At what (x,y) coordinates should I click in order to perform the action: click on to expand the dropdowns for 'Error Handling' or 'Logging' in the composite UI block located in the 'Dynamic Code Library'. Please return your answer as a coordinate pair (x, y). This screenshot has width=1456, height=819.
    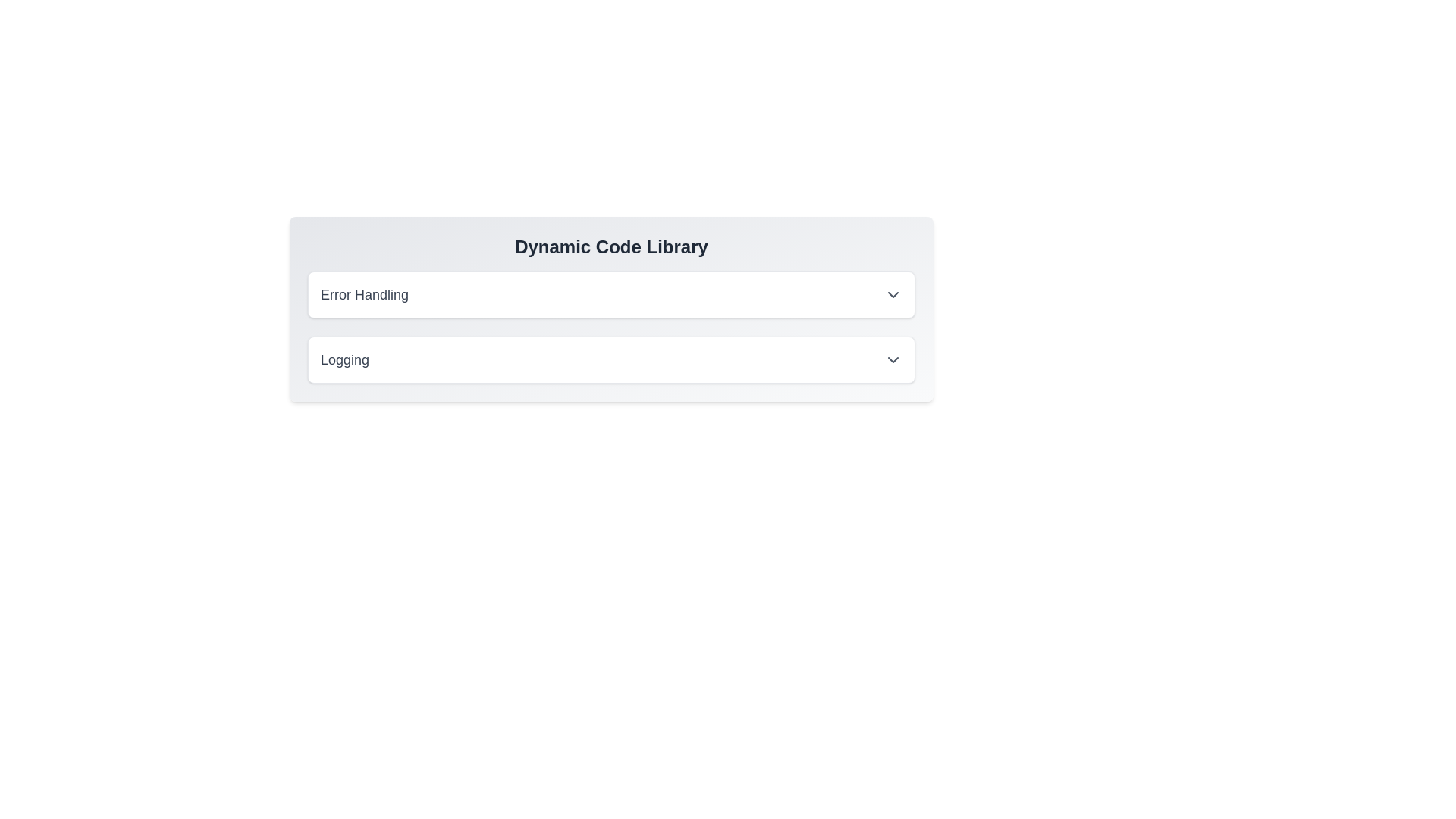
    Looking at the image, I should click on (611, 327).